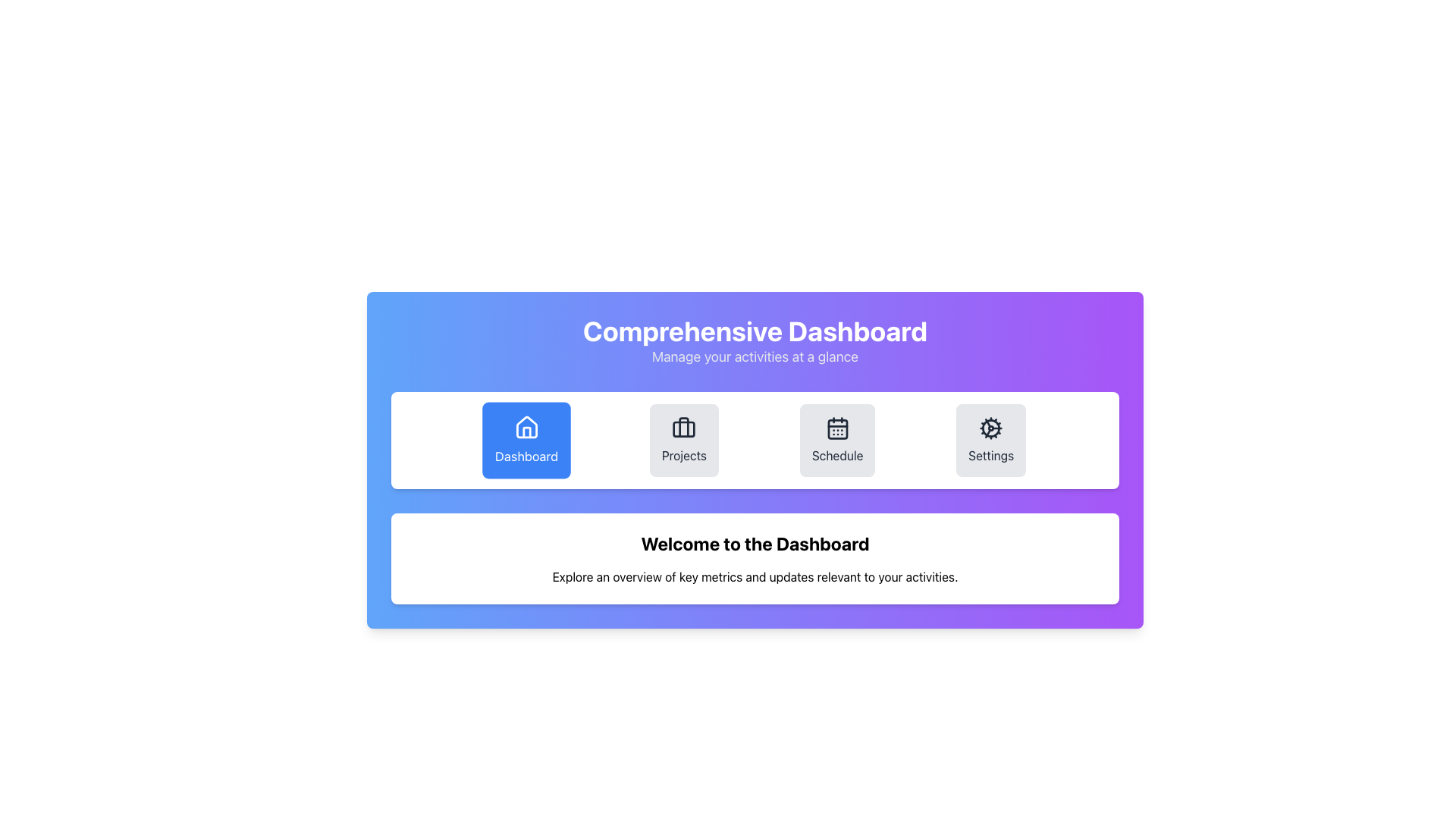 Image resolution: width=1456 pixels, height=819 pixels. I want to click on the 'Projects' button, which is a rectangular button with a briefcase icon and modern styling, so click(683, 441).